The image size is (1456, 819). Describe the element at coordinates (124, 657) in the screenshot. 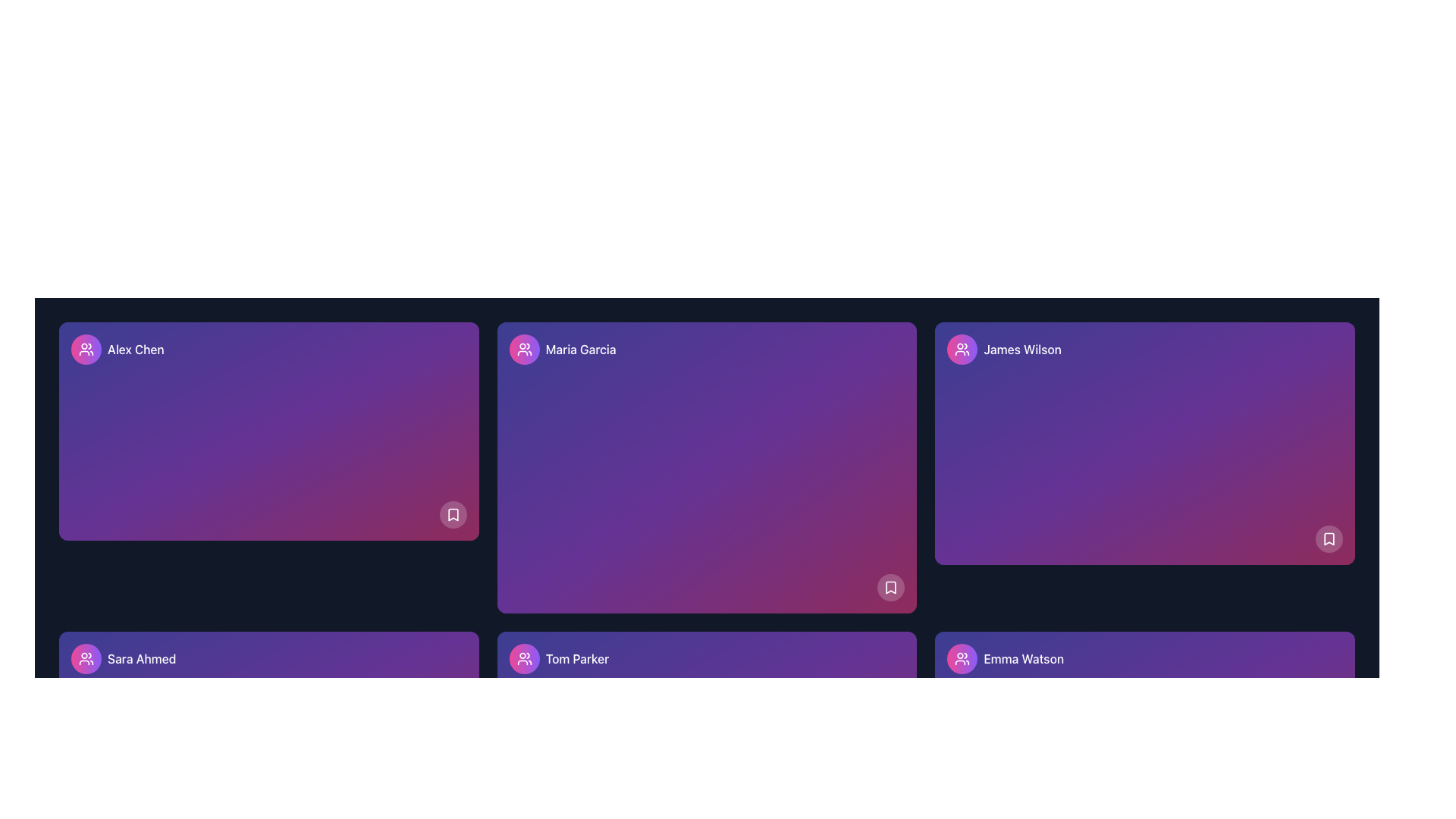

I see `the user name 'Sara Ahmed' text element, which is displayed in light text on a purple gradient background` at that location.